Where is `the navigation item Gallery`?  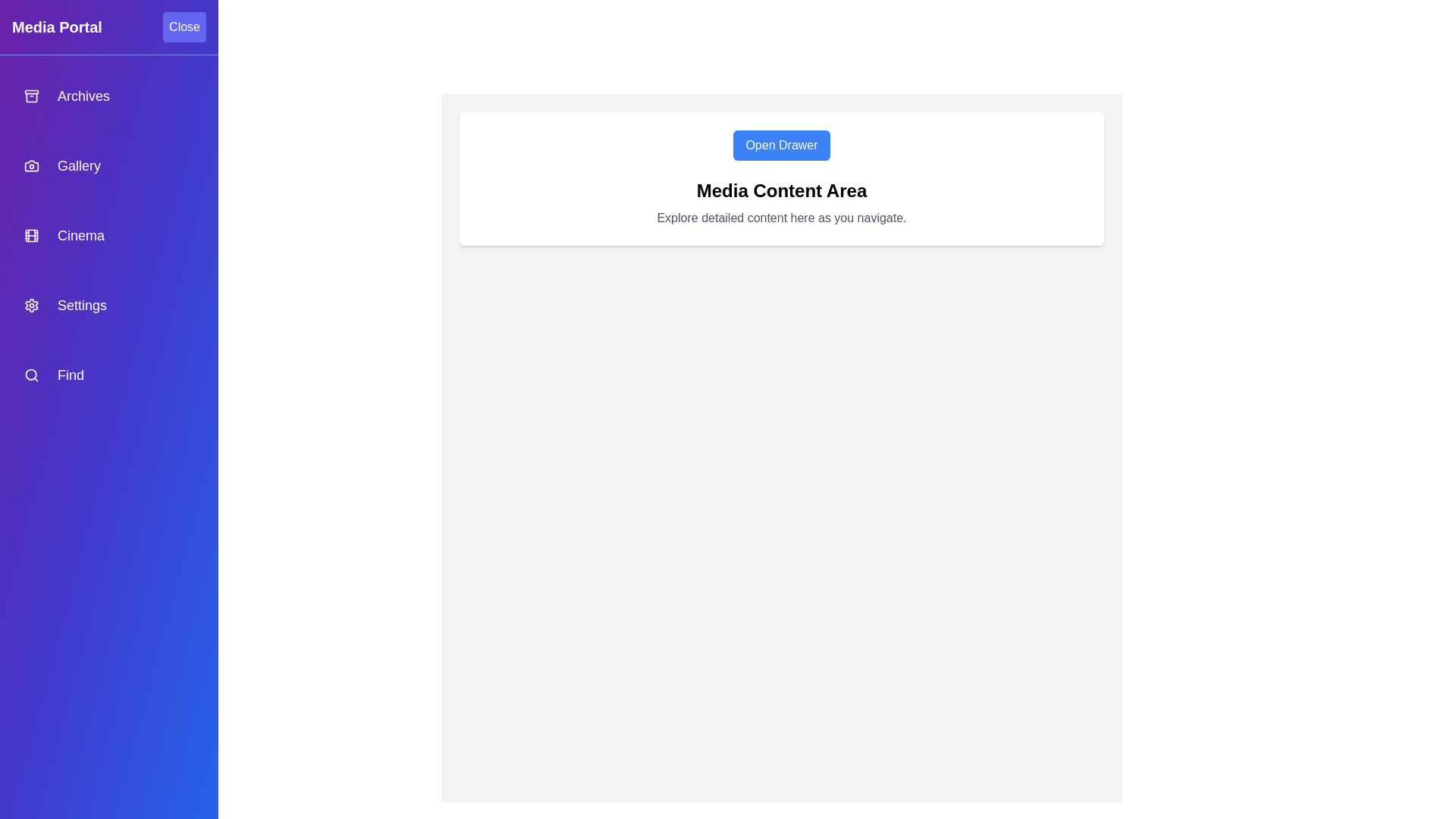 the navigation item Gallery is located at coordinates (108, 166).